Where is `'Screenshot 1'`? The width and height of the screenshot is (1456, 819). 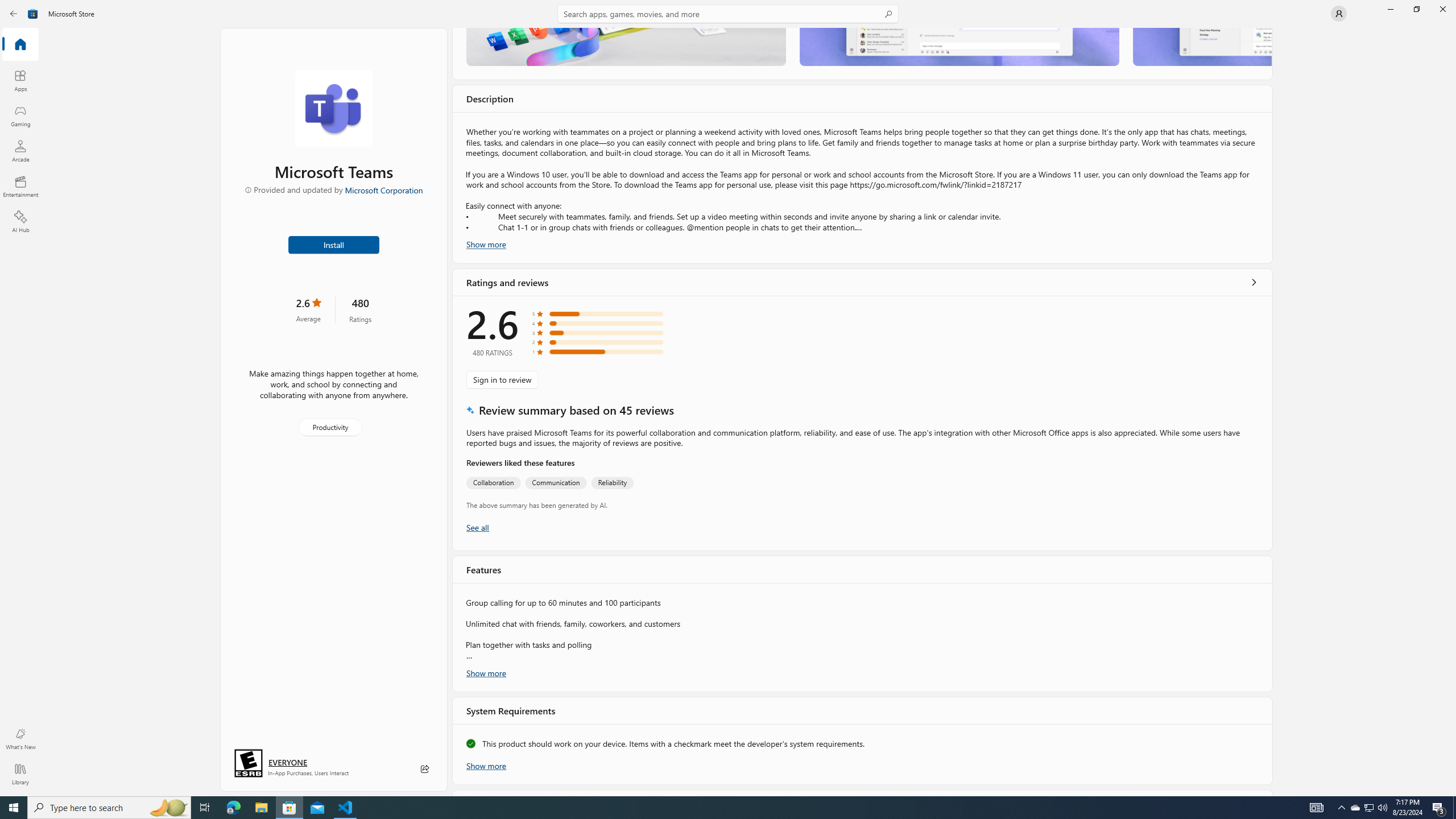
'Screenshot 1' is located at coordinates (626, 46).